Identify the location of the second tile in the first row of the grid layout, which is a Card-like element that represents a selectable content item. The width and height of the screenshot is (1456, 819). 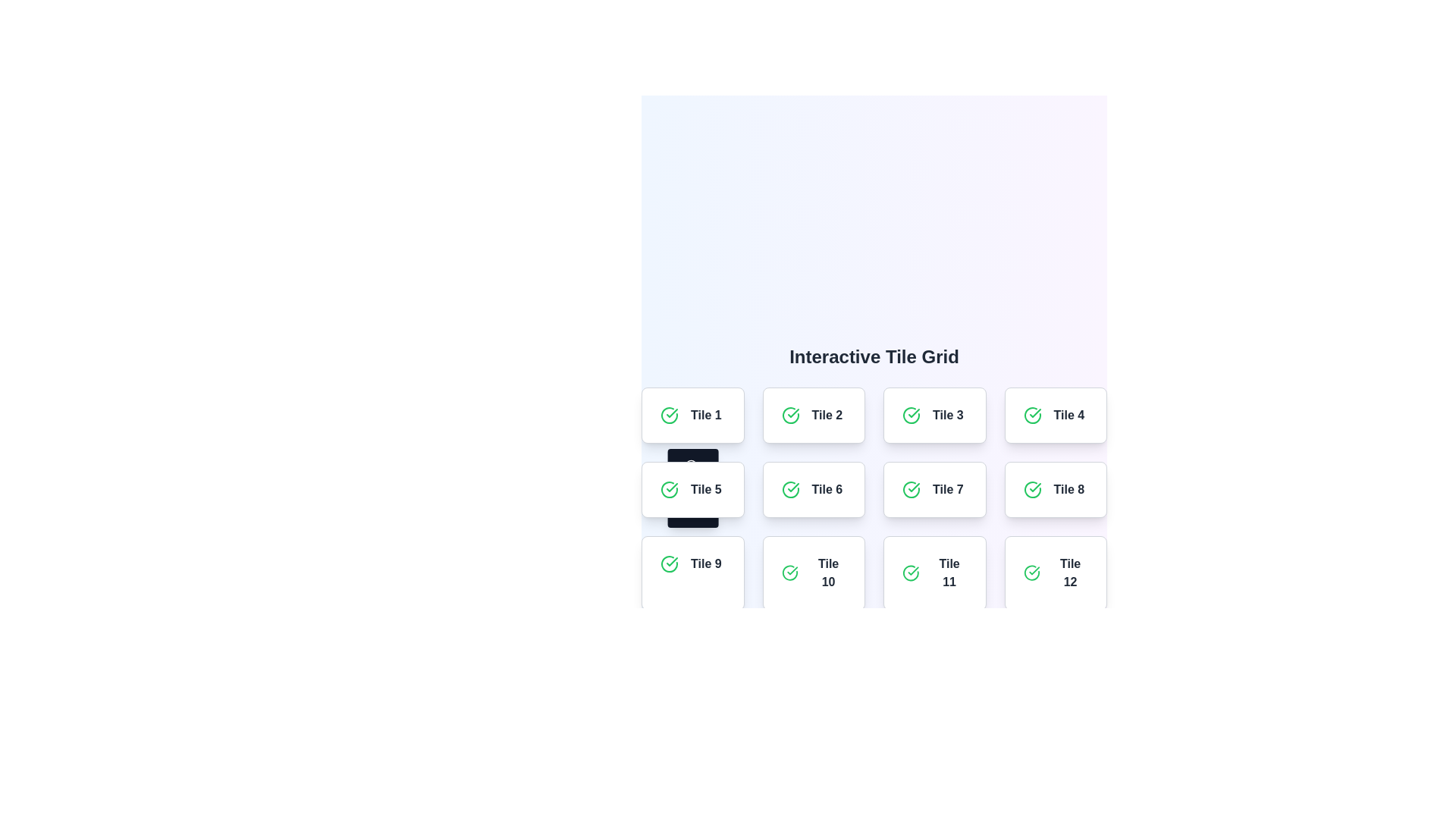
(813, 415).